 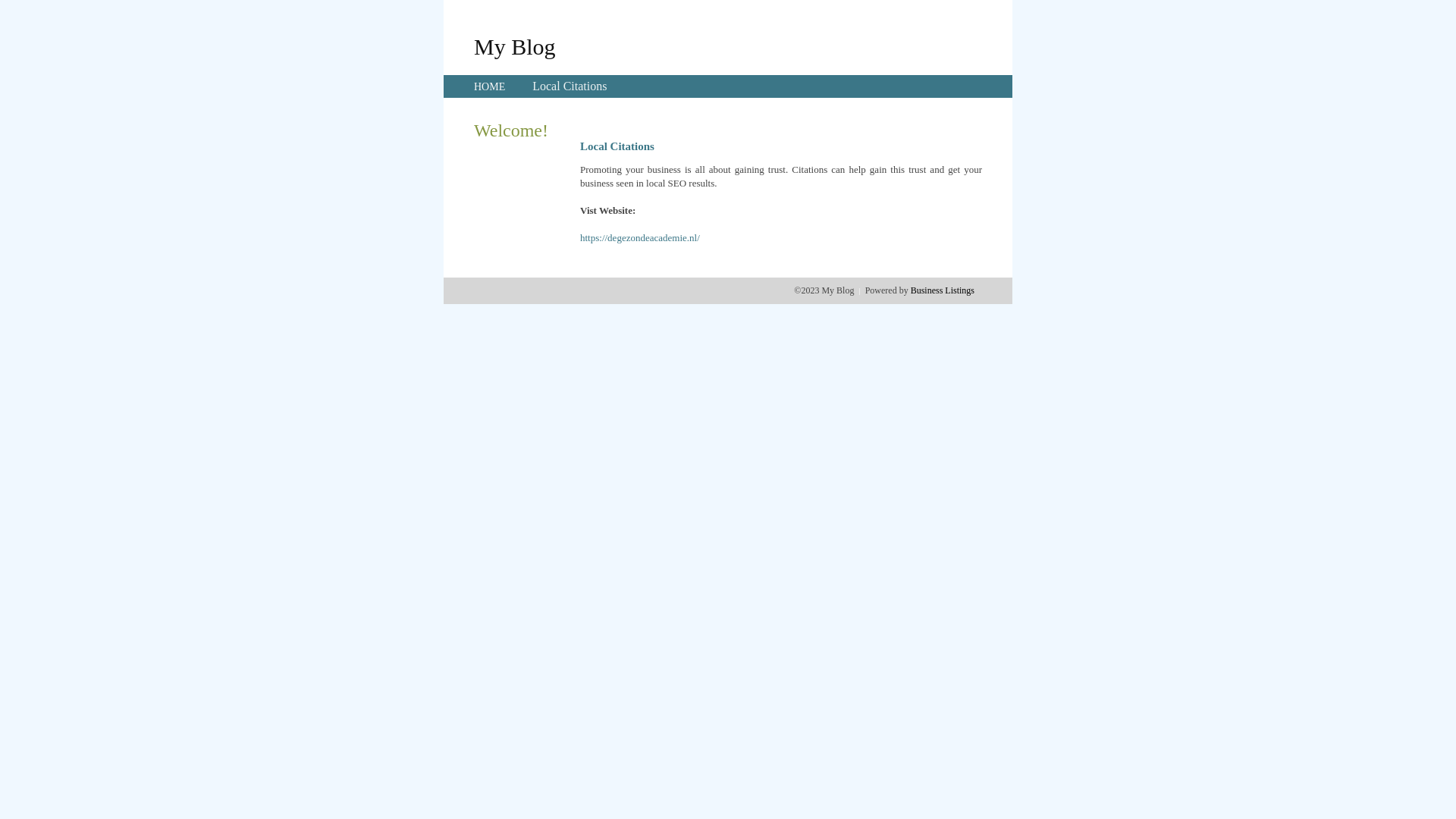 What do you see at coordinates (568, 86) in the screenshot?
I see `'Local Citations'` at bounding box center [568, 86].